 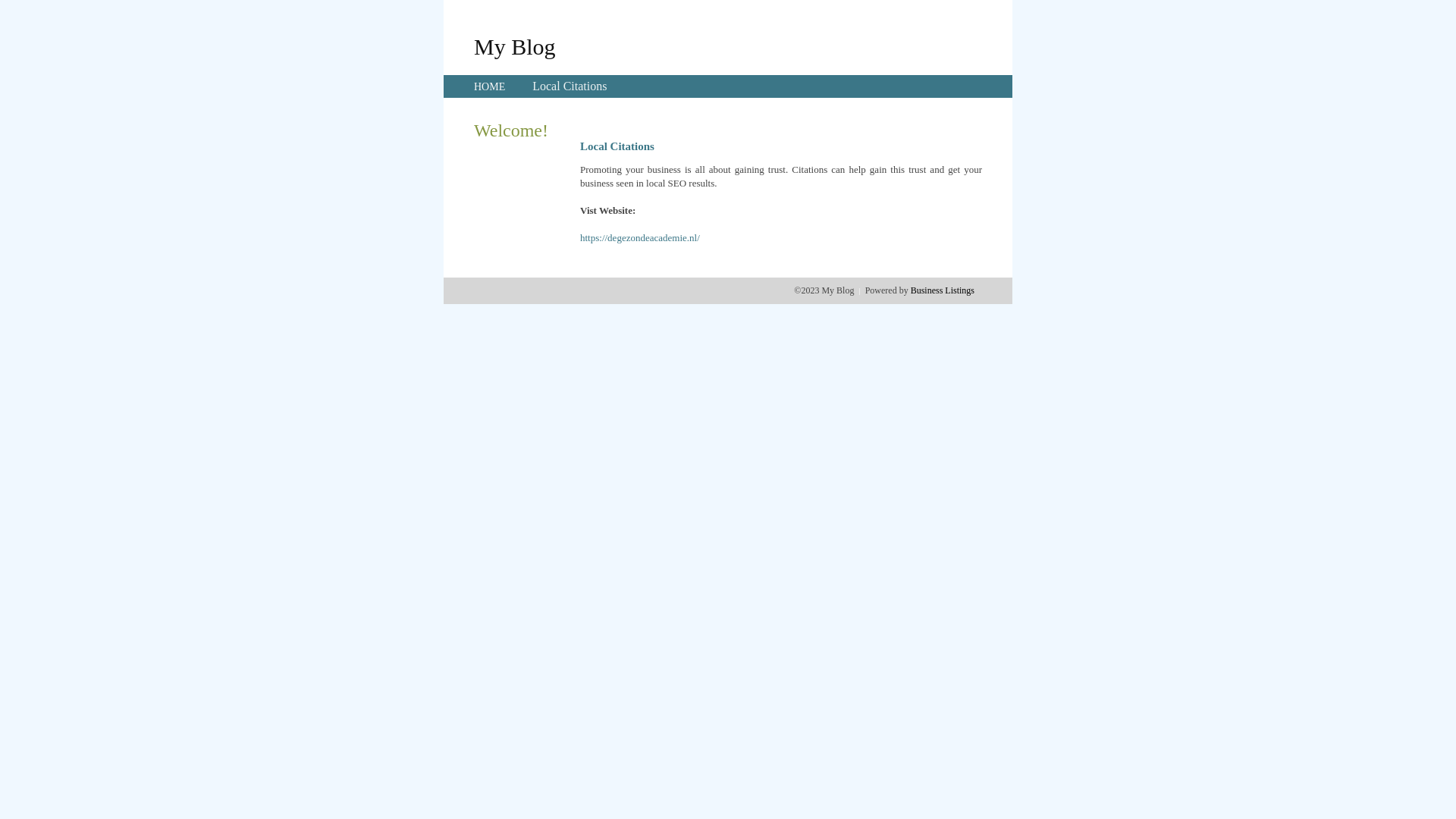 What do you see at coordinates (568, 86) in the screenshot?
I see `'Local Citations'` at bounding box center [568, 86].